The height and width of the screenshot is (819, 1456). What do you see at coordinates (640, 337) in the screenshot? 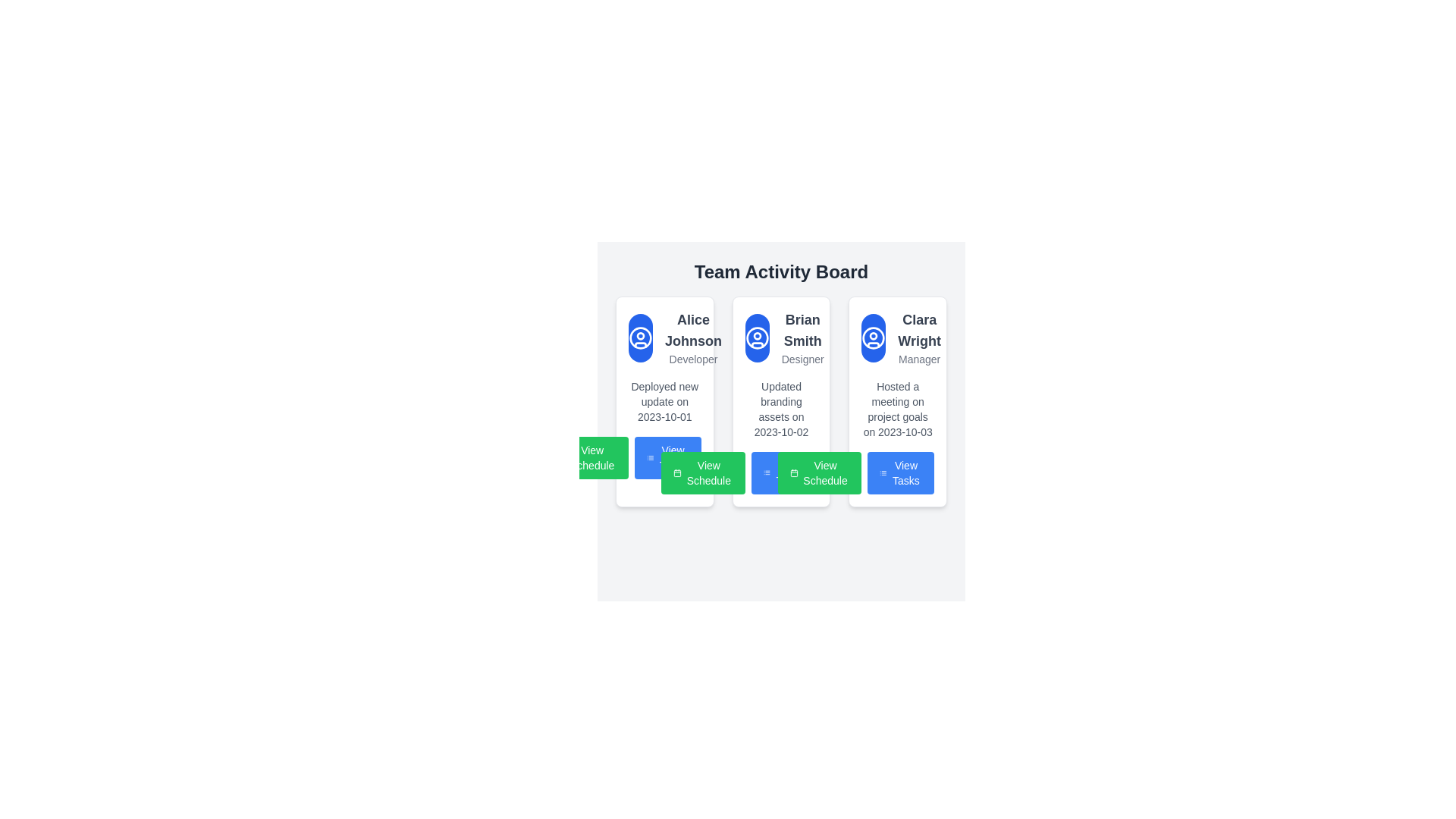
I see `the circular user icon with a blue background and white outline, located at the top left area of the card labeled 'Alice Johnson - Developer'` at bounding box center [640, 337].